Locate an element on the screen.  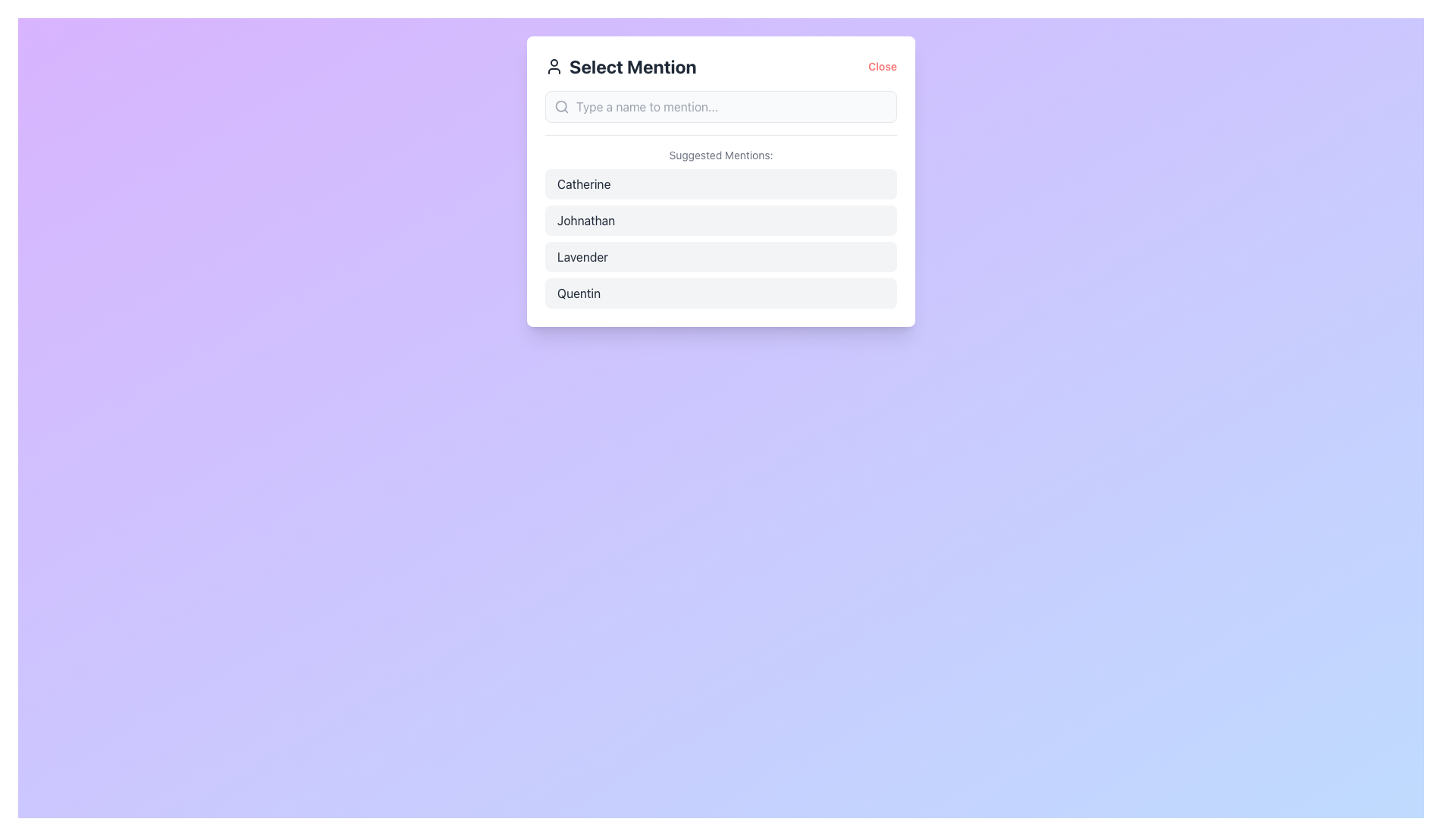
the user profile icon located at the top left of the modal interface, directly to the left of the text 'Select Mention' is located at coordinates (553, 66).